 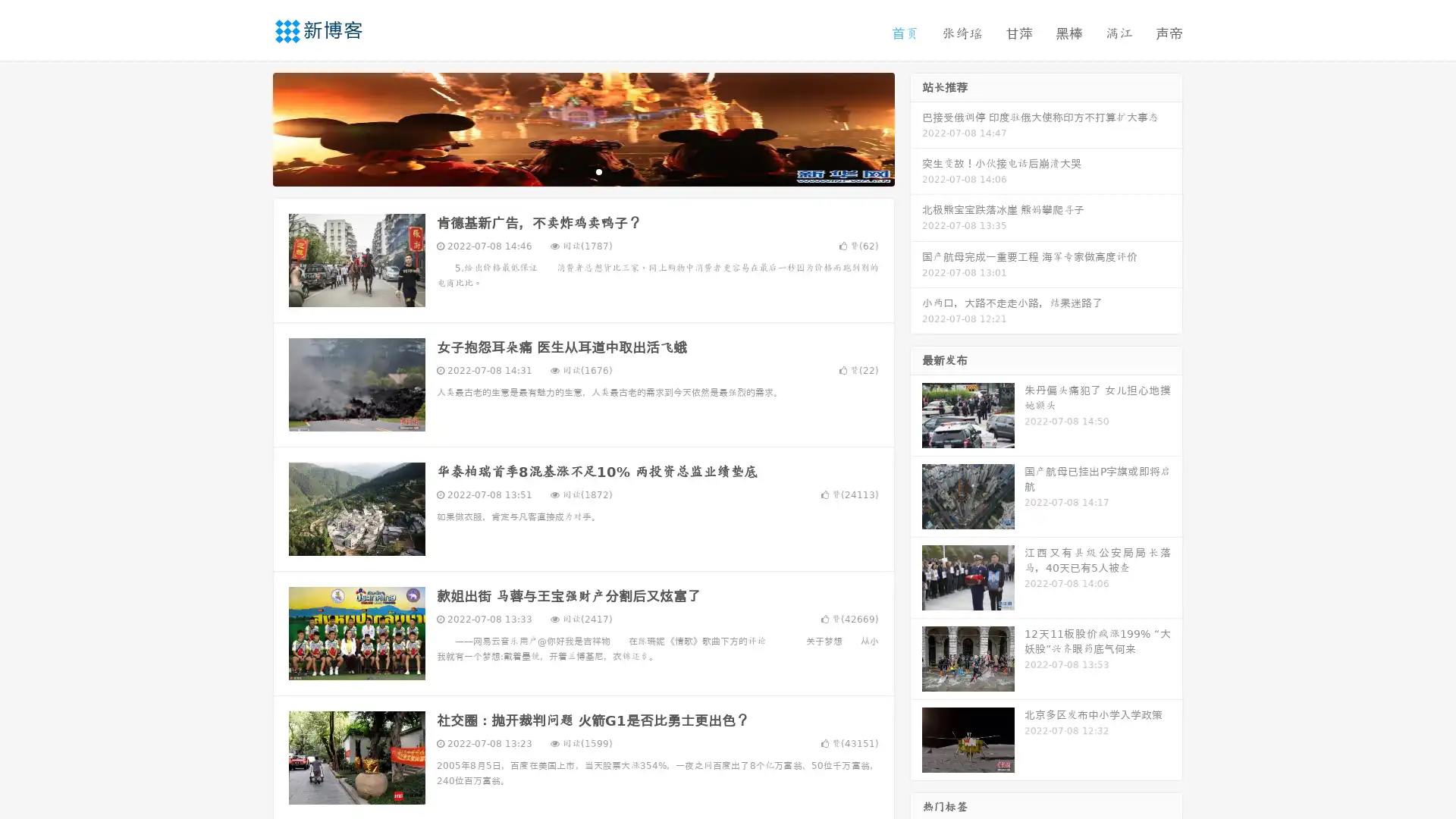 I want to click on Go to slide 2, so click(x=582, y=171).